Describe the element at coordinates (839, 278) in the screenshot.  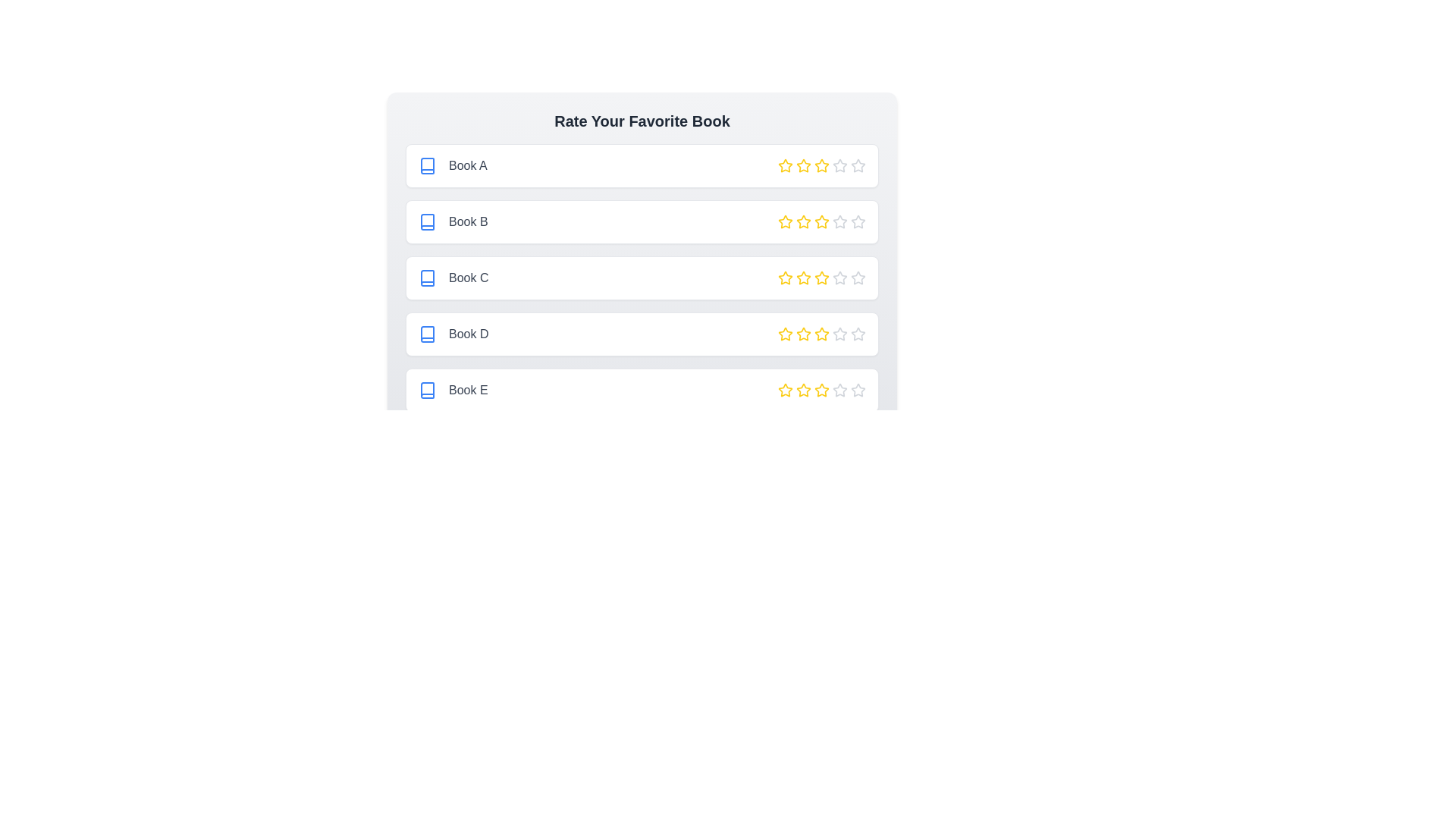
I see `the star corresponding to 4 stars for the book titled Book C` at that location.